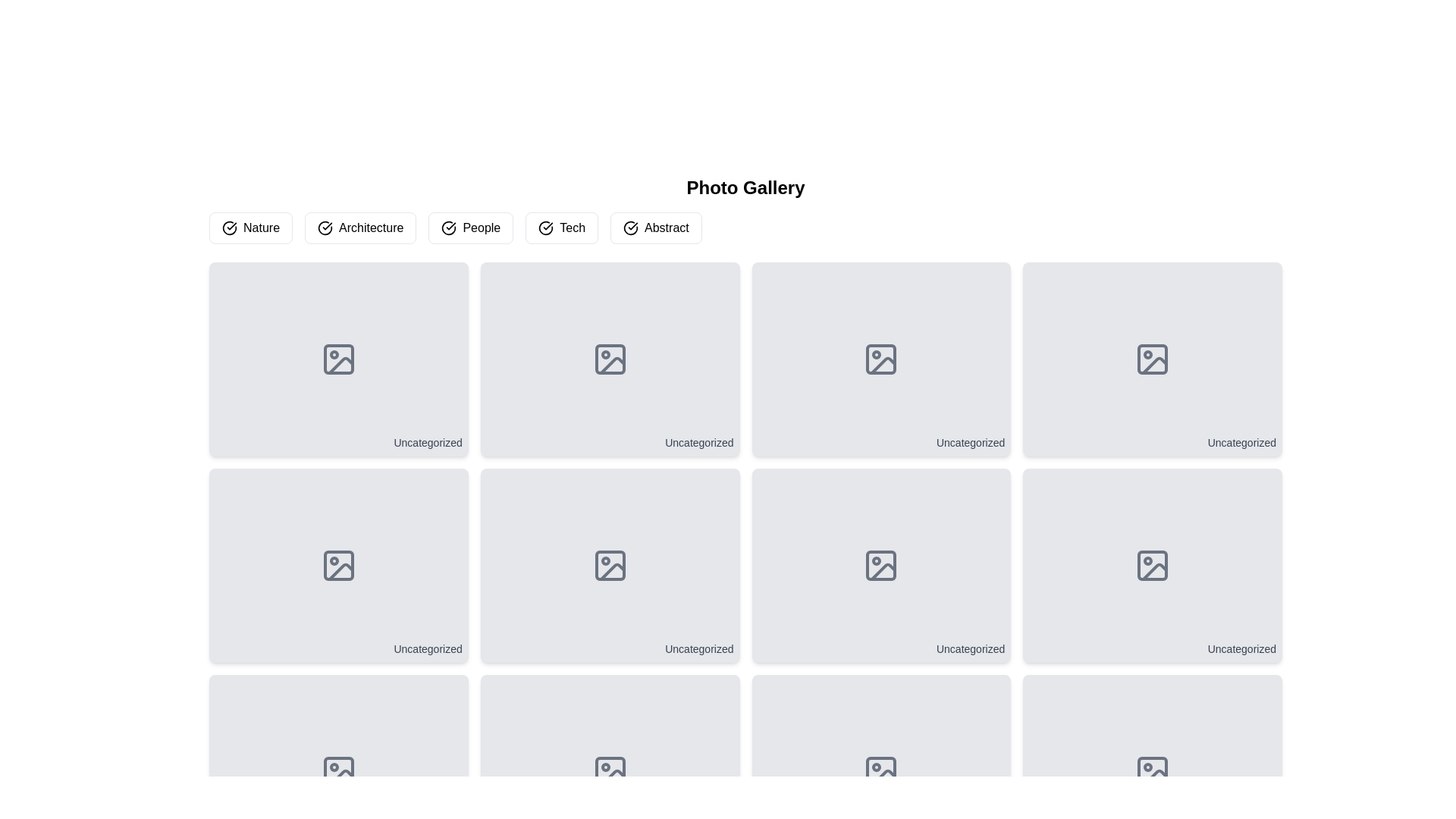 The height and width of the screenshot is (819, 1456). What do you see at coordinates (971, 442) in the screenshot?
I see `the text 'Uncategorized' from the Text Label located at the bottom-right corner of the third card in the top row of the grid layout` at bounding box center [971, 442].